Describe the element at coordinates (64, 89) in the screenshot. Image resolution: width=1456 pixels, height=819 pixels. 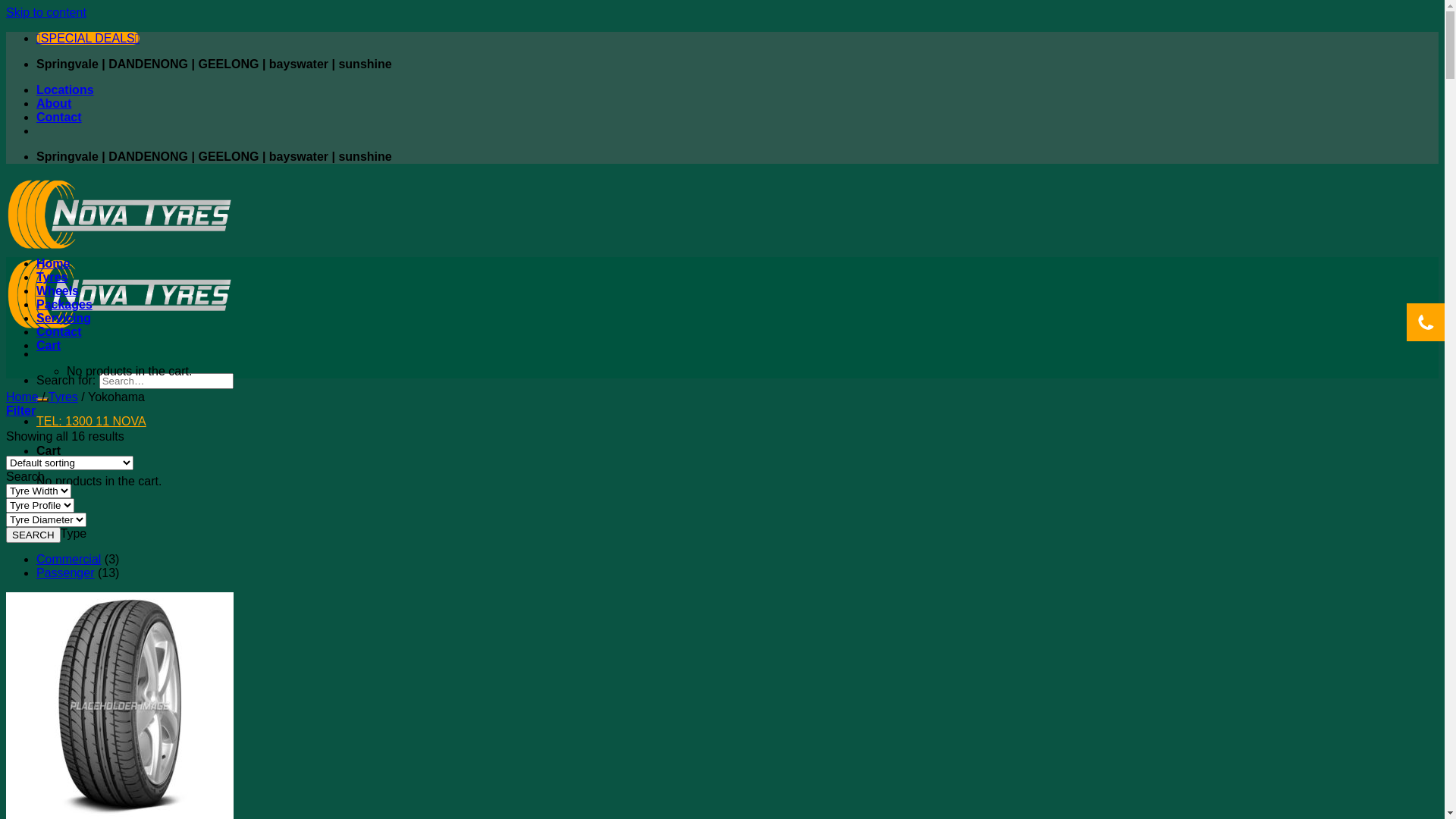
I see `'Locations'` at that location.